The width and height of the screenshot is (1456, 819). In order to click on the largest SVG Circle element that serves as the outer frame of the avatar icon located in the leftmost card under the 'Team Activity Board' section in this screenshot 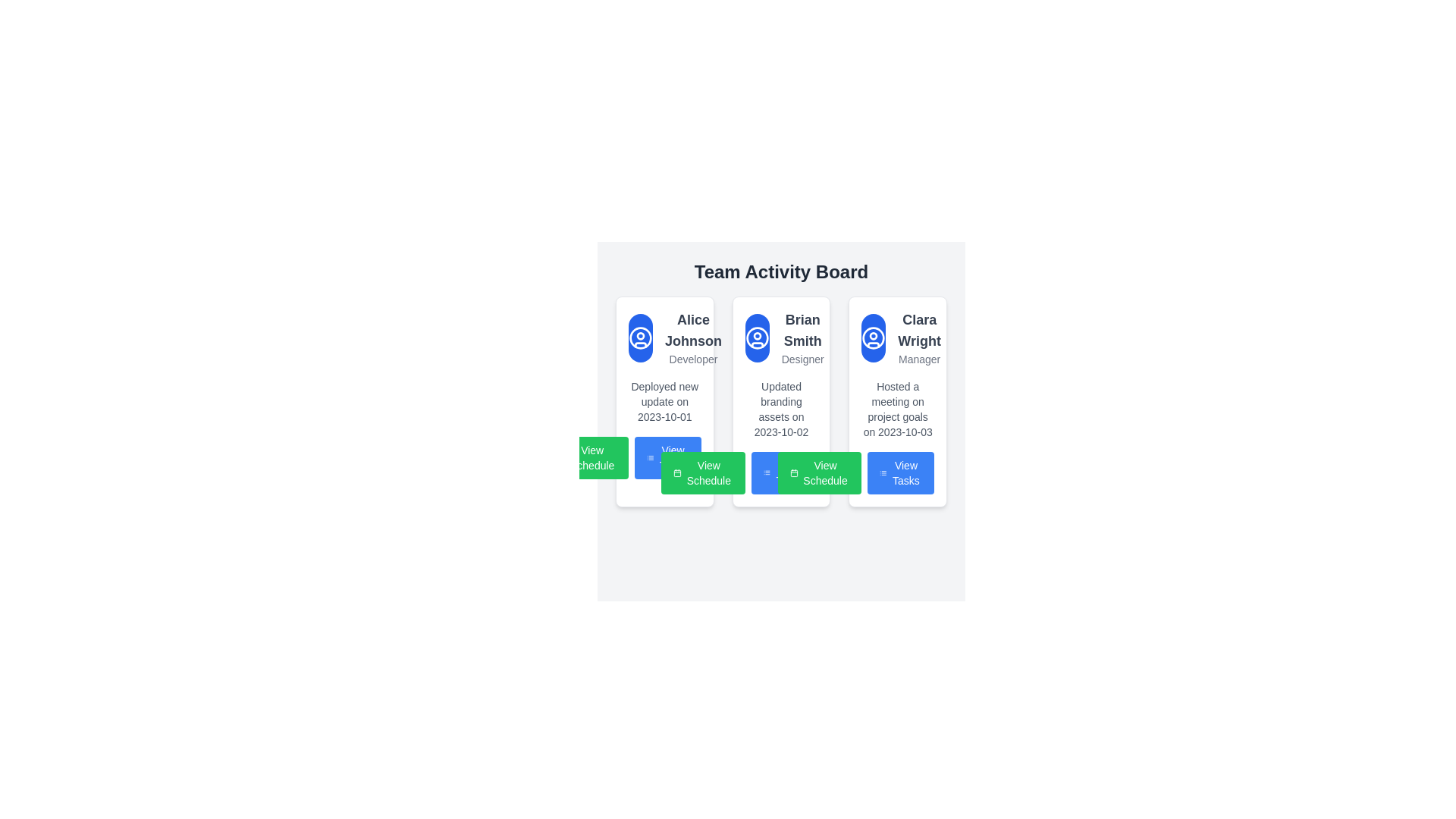, I will do `click(640, 337)`.